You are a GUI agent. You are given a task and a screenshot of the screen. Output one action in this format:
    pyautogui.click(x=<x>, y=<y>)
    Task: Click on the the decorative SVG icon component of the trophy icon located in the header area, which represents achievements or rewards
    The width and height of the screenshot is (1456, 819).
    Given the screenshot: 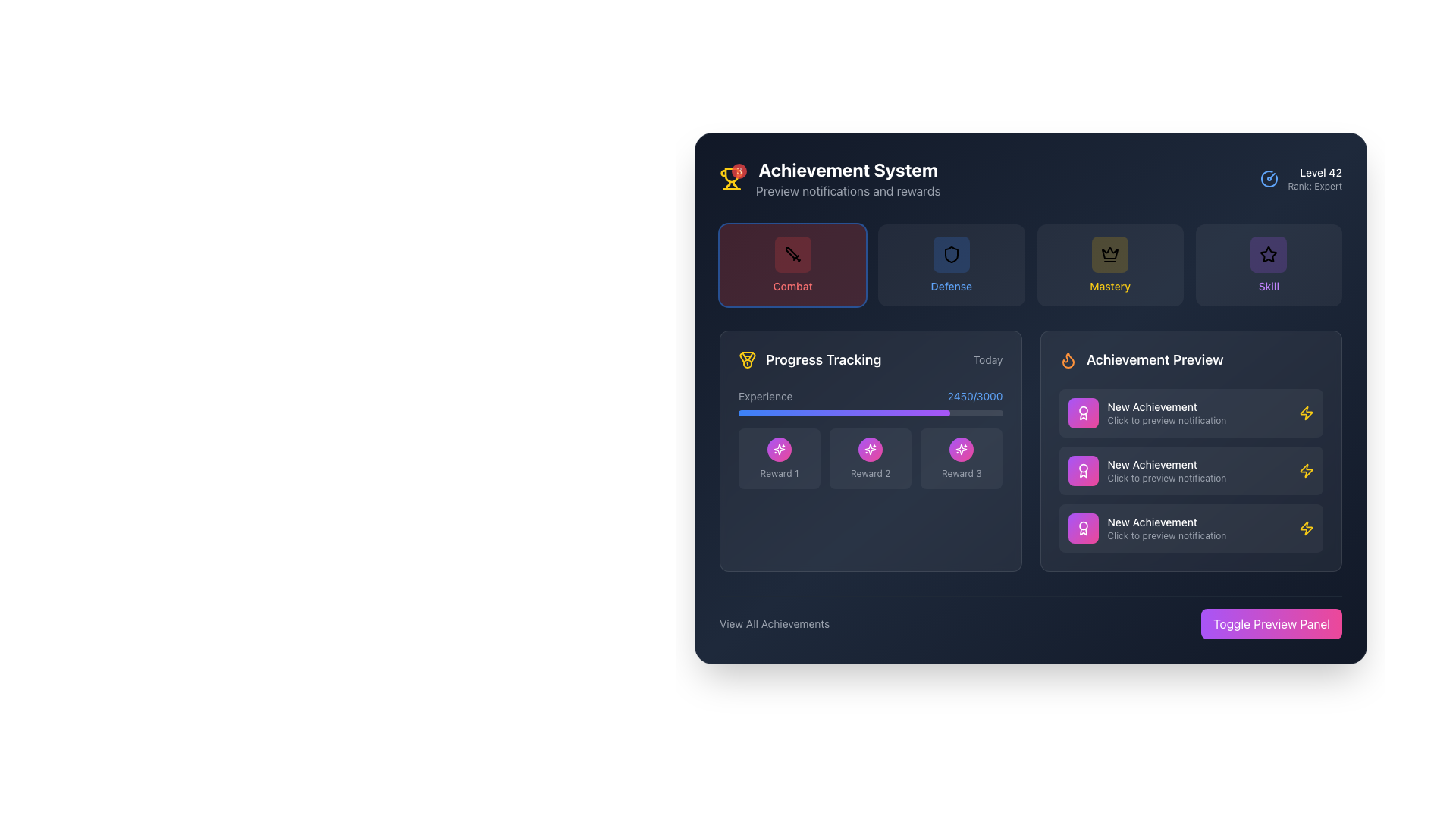 What is the action you would take?
    pyautogui.click(x=731, y=174)
    